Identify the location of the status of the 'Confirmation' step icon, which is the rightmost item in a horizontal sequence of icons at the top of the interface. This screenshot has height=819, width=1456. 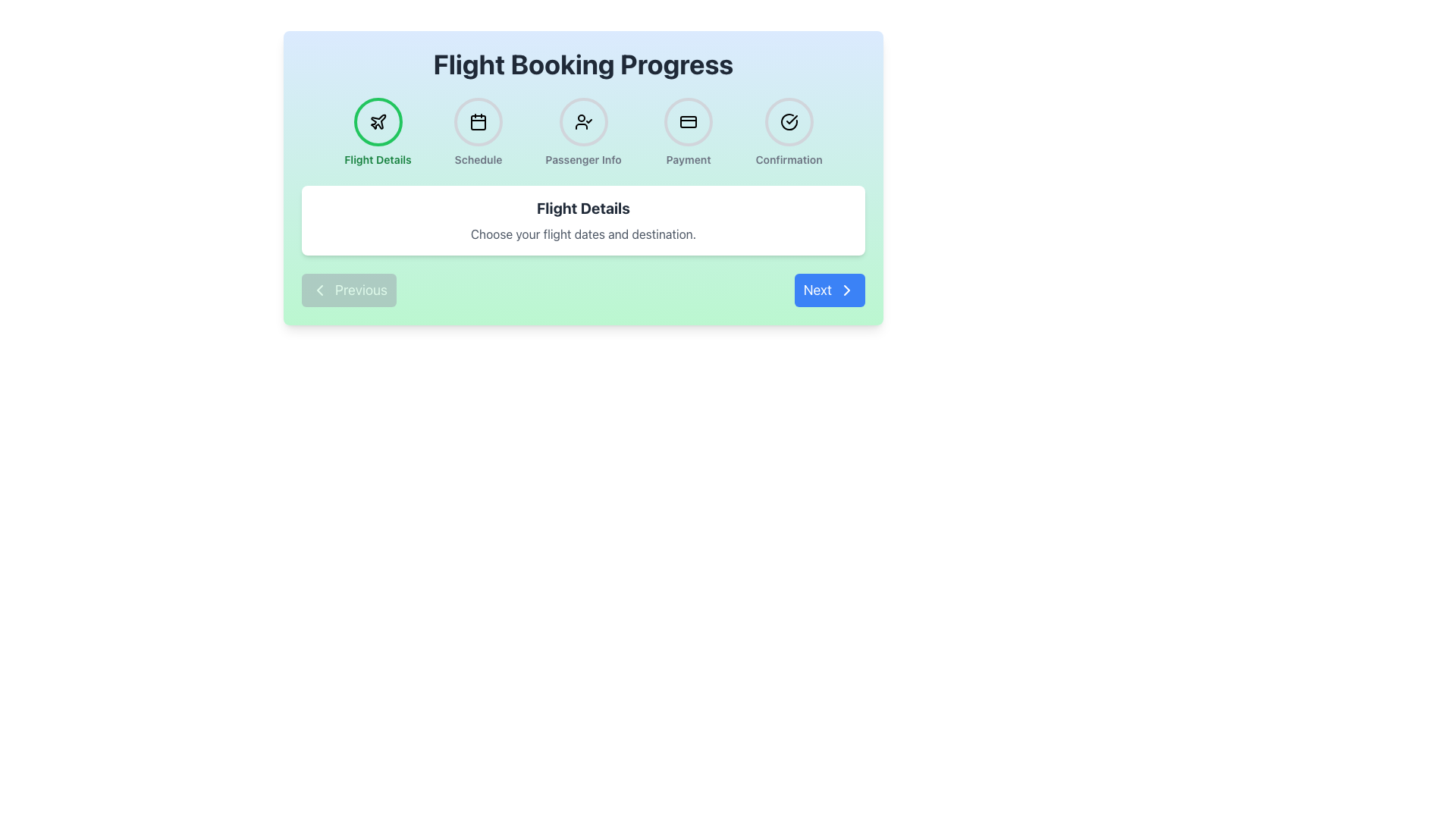
(789, 121).